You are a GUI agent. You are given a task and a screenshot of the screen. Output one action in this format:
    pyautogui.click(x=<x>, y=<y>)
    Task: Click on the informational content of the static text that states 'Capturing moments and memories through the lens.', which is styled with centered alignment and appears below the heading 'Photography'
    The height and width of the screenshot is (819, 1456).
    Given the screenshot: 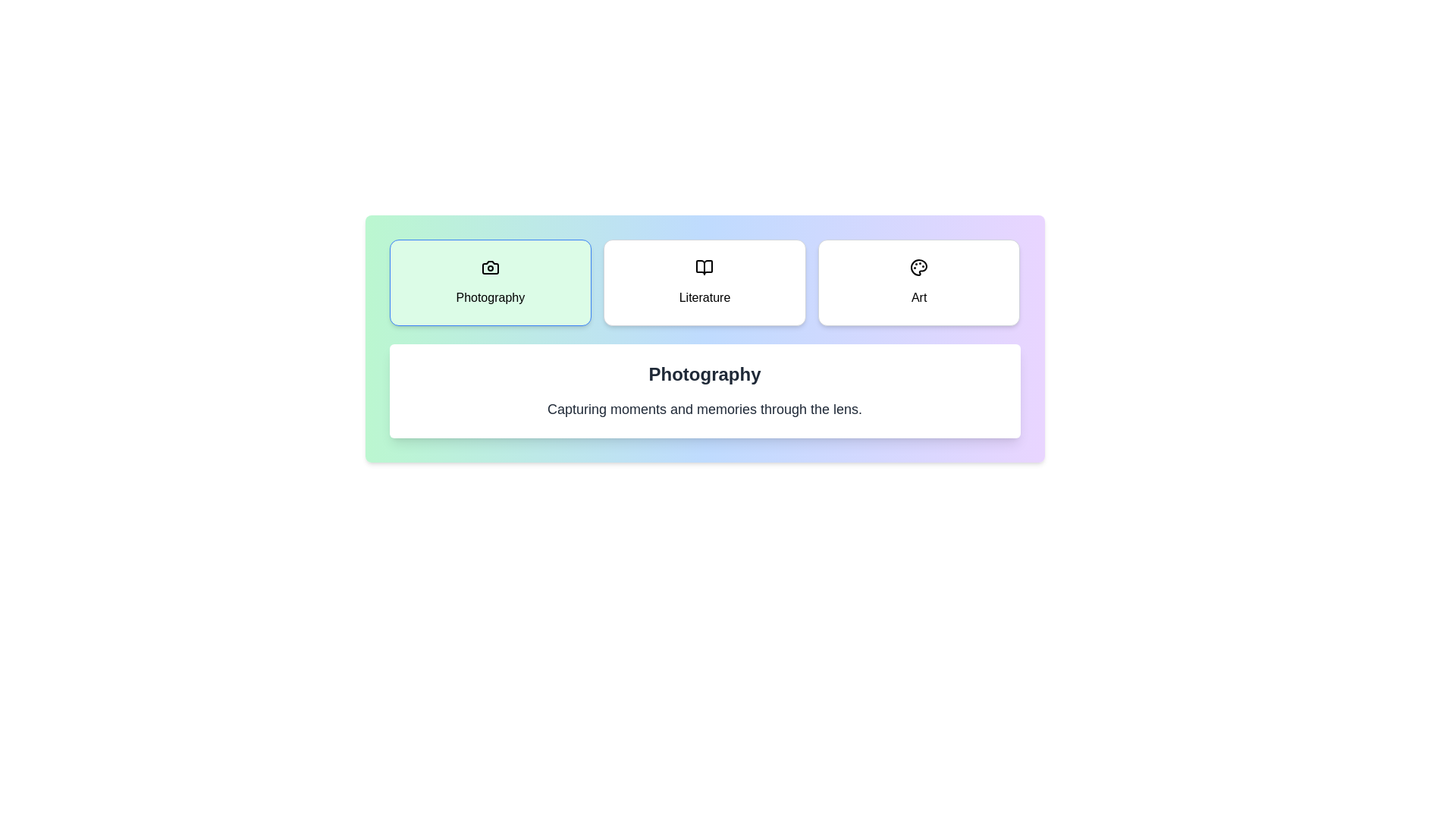 What is the action you would take?
    pyautogui.click(x=704, y=409)
    